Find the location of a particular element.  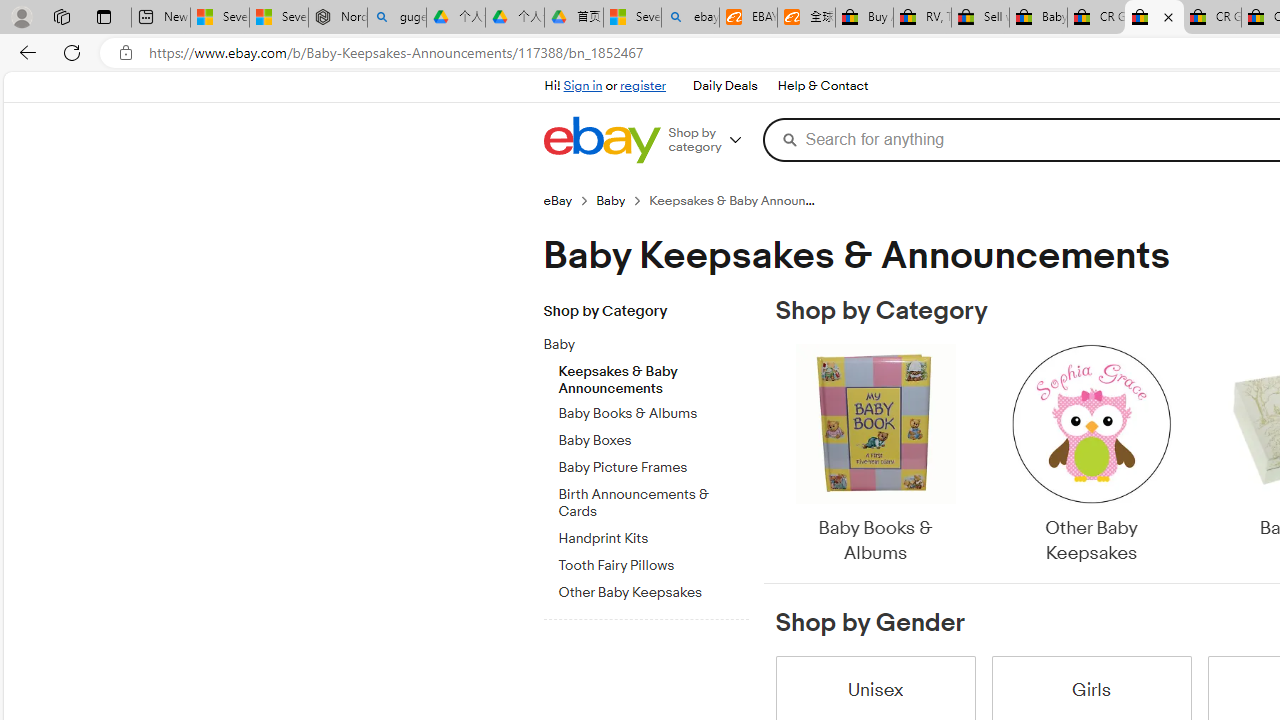

'ebay - Search' is located at coordinates (690, 17).